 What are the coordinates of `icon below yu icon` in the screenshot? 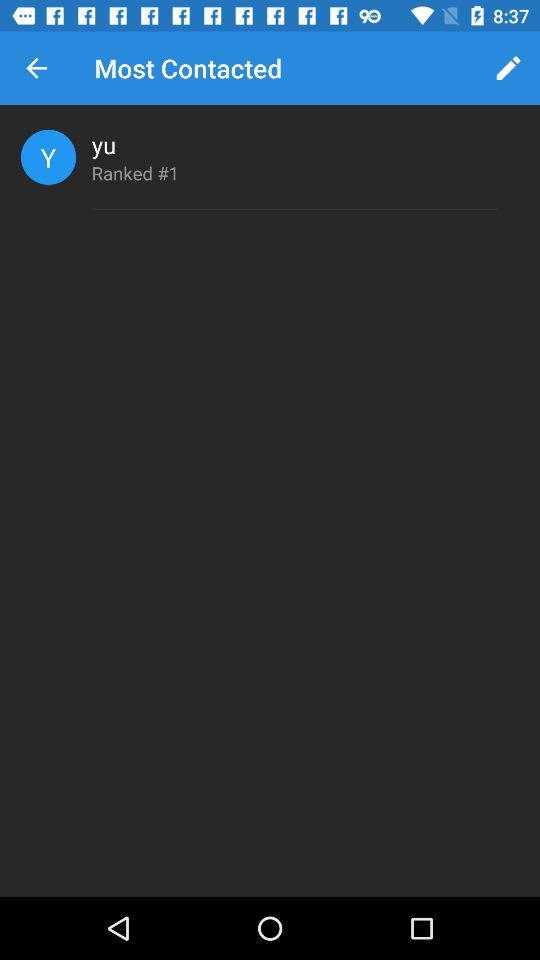 It's located at (135, 172).